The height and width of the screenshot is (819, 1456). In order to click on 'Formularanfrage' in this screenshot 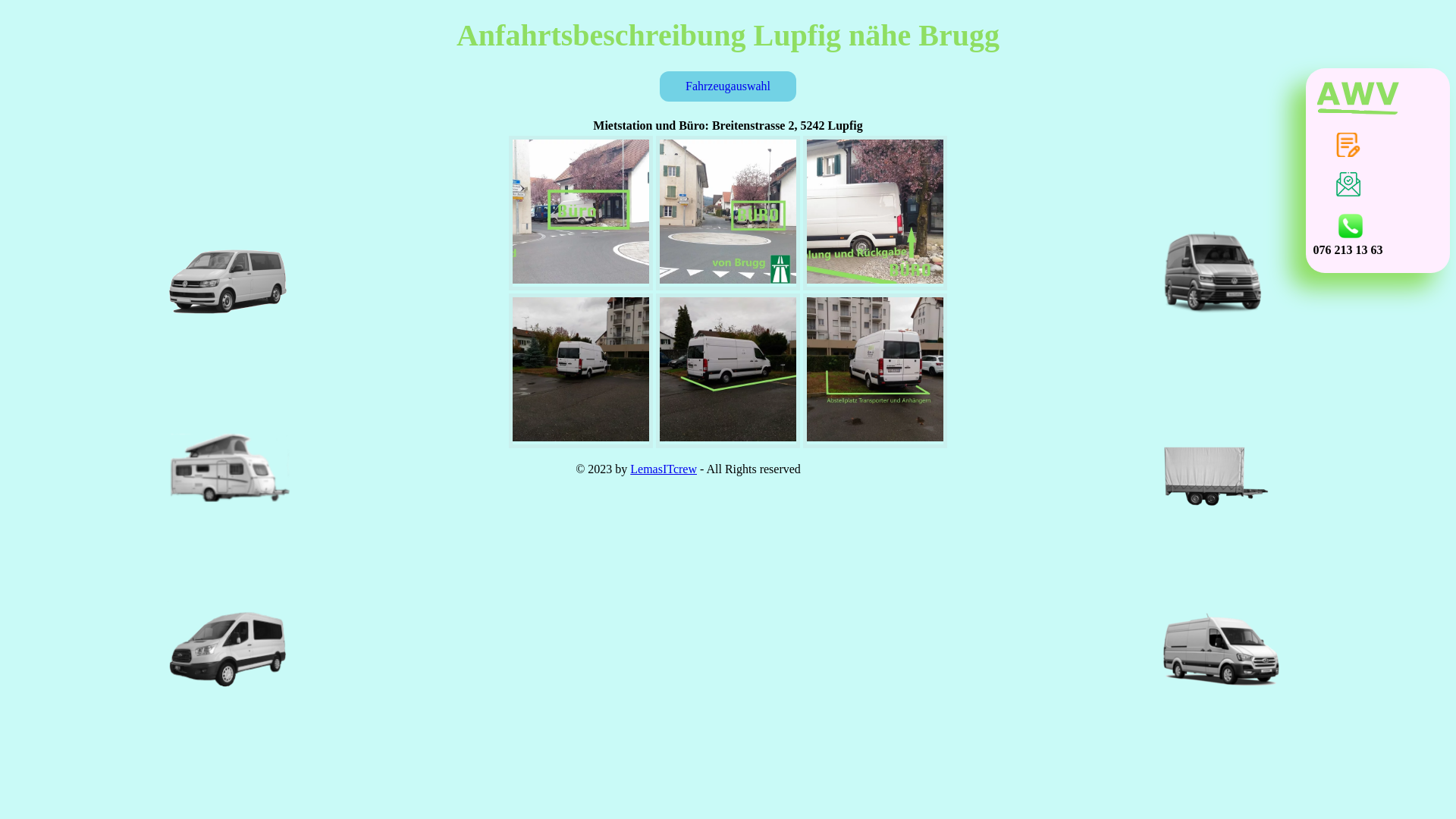, I will do `click(1348, 145)`.